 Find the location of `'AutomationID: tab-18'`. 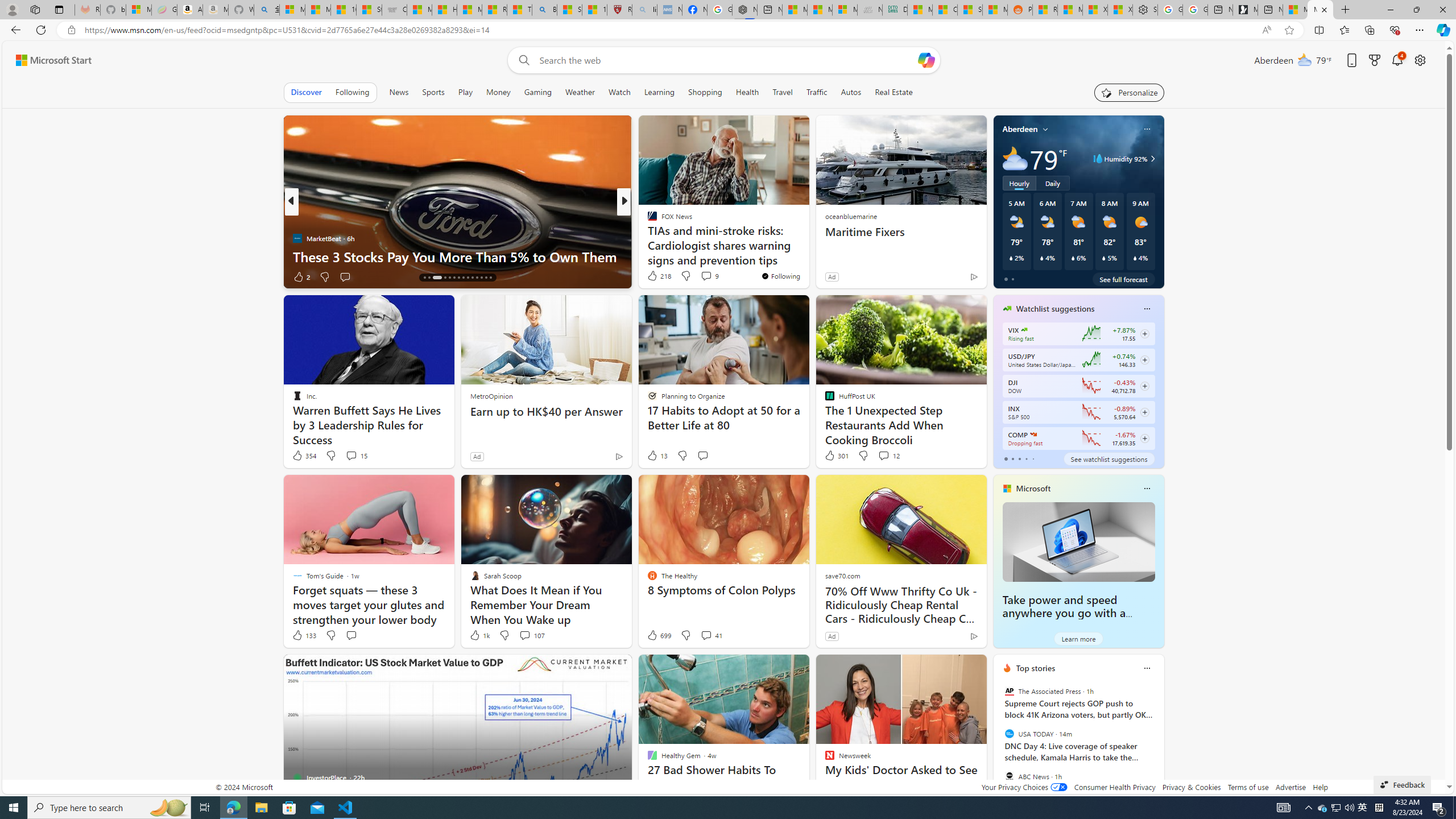

'AutomationID: tab-18' is located at coordinates (445, 277).